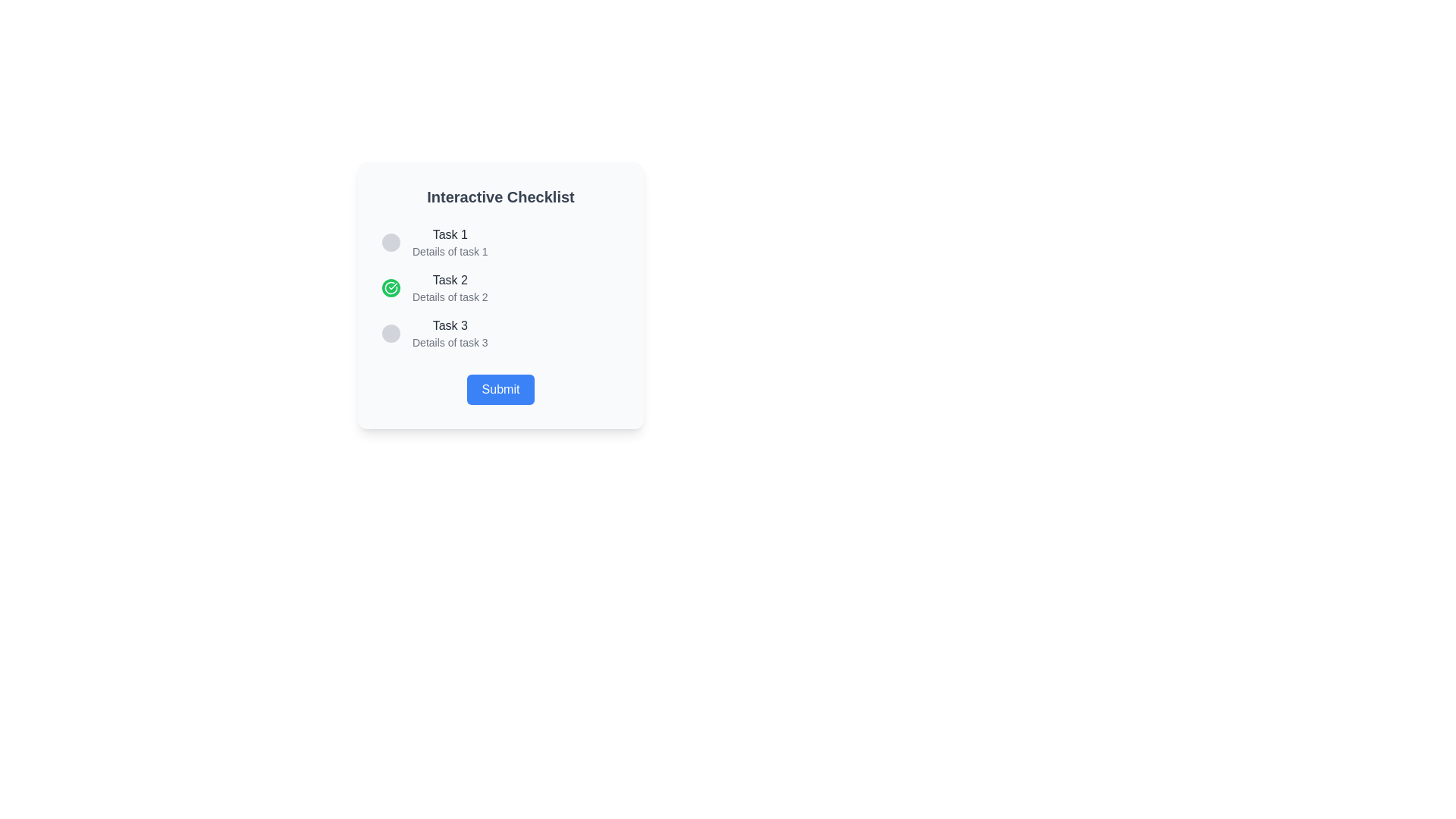  Describe the element at coordinates (500, 242) in the screenshot. I see `the first checklist item` at that location.